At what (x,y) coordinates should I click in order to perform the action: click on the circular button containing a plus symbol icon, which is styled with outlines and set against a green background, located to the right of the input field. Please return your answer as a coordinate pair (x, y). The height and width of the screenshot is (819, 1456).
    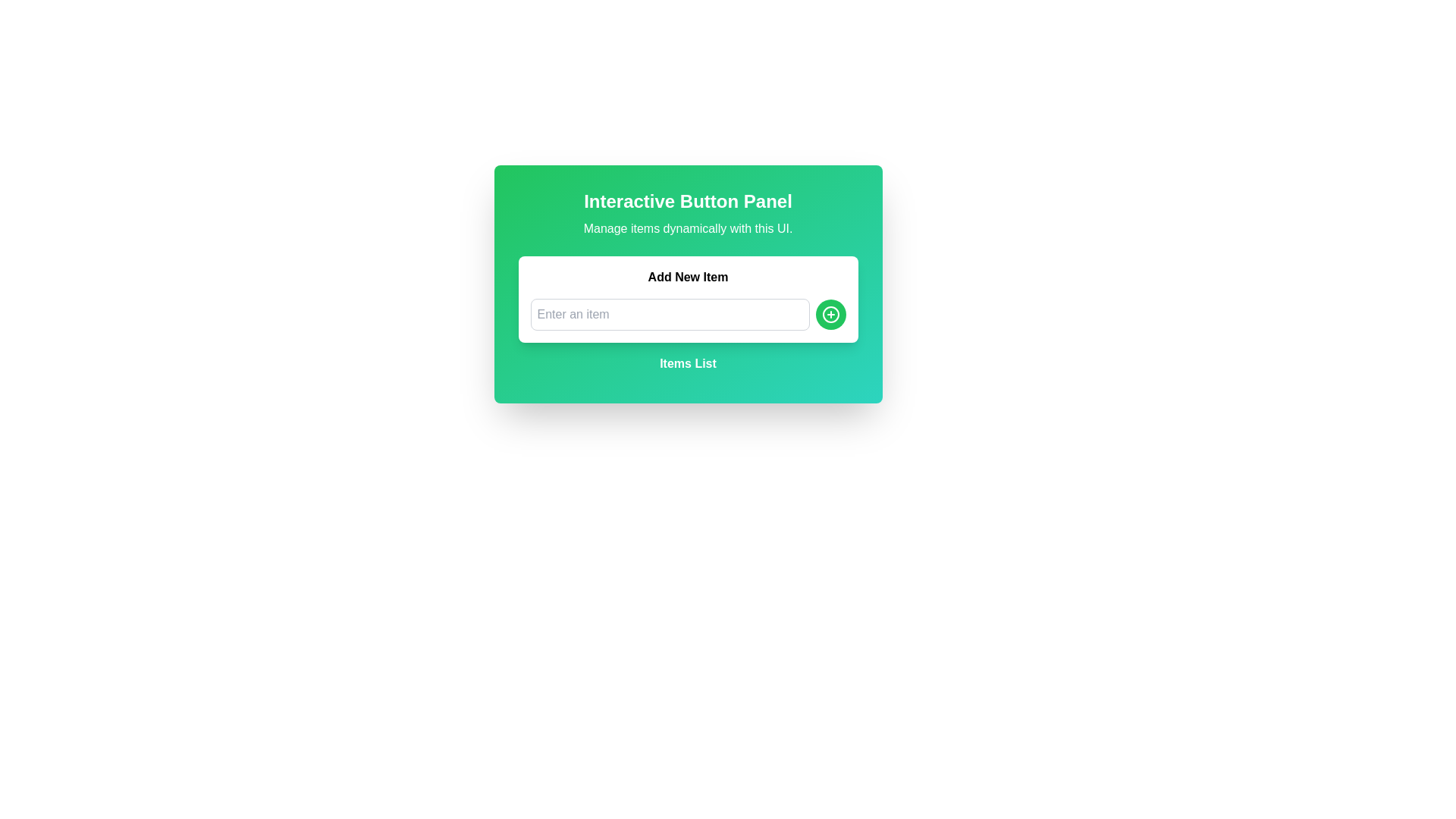
    Looking at the image, I should click on (830, 314).